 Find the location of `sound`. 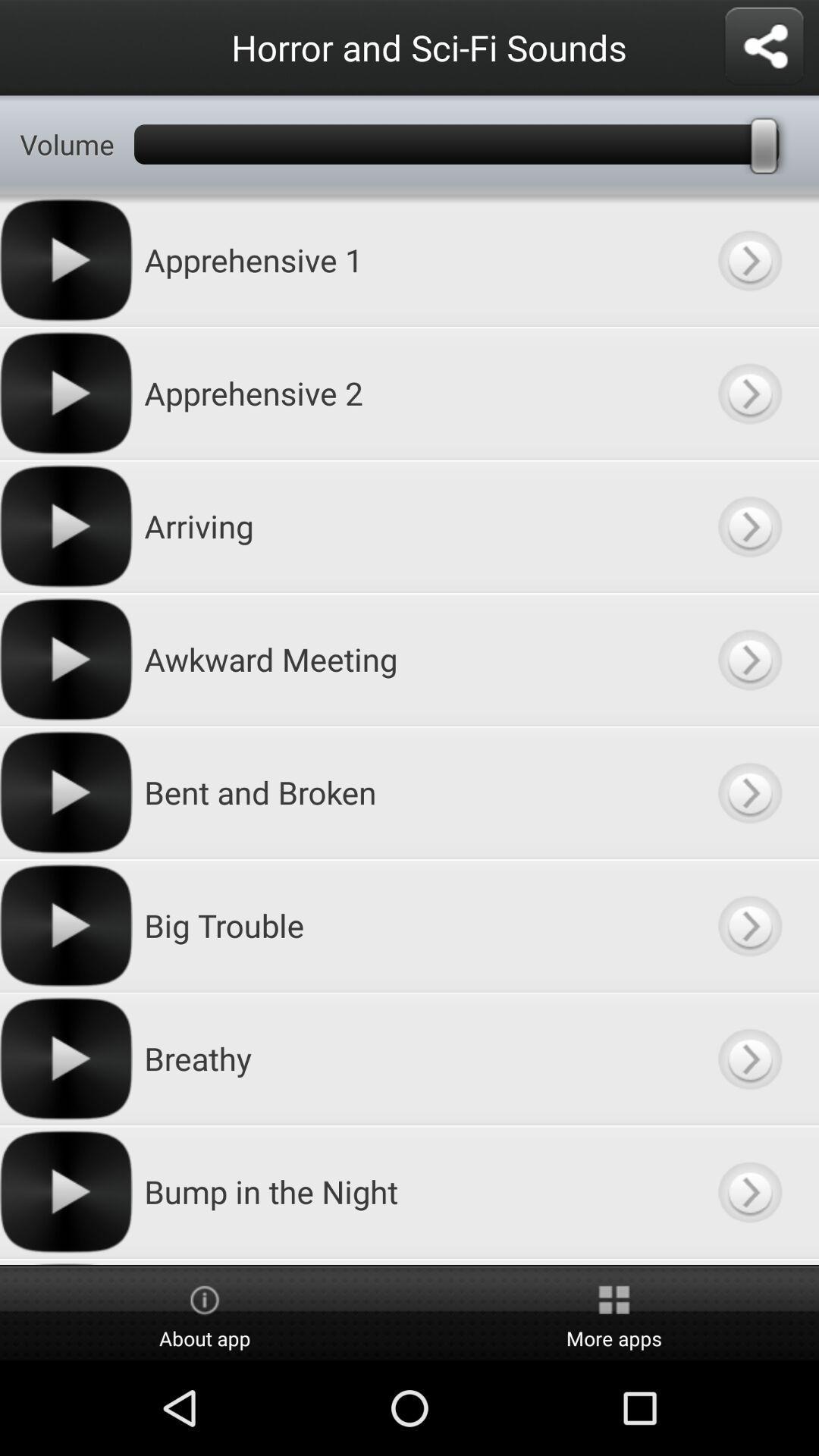

sound is located at coordinates (748, 659).